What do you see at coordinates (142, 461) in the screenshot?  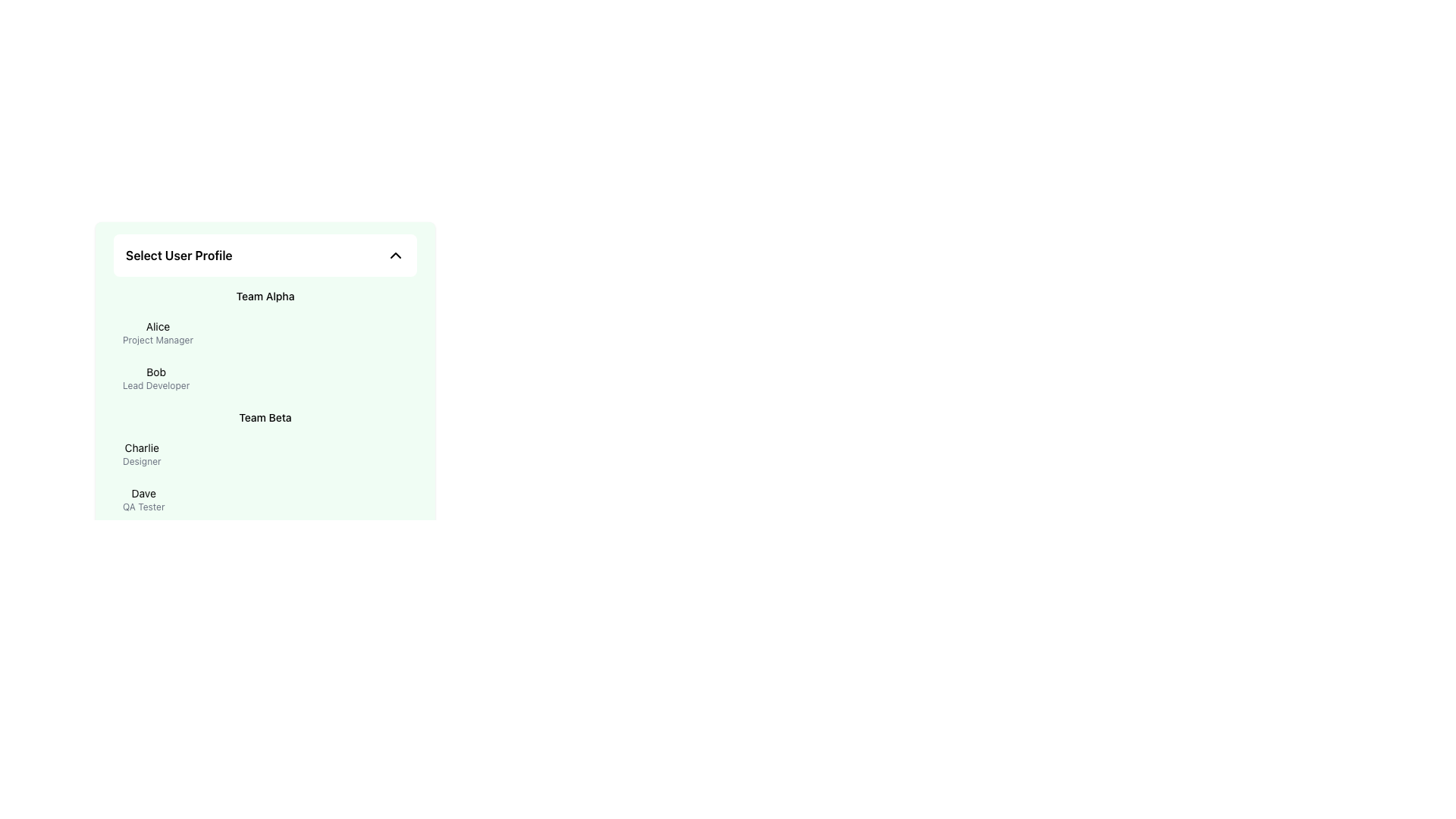 I see `the text label that indicates the role associated with 'Charlie', which is located directly under the name 'Charlie' in the 'Team Beta' section` at bounding box center [142, 461].